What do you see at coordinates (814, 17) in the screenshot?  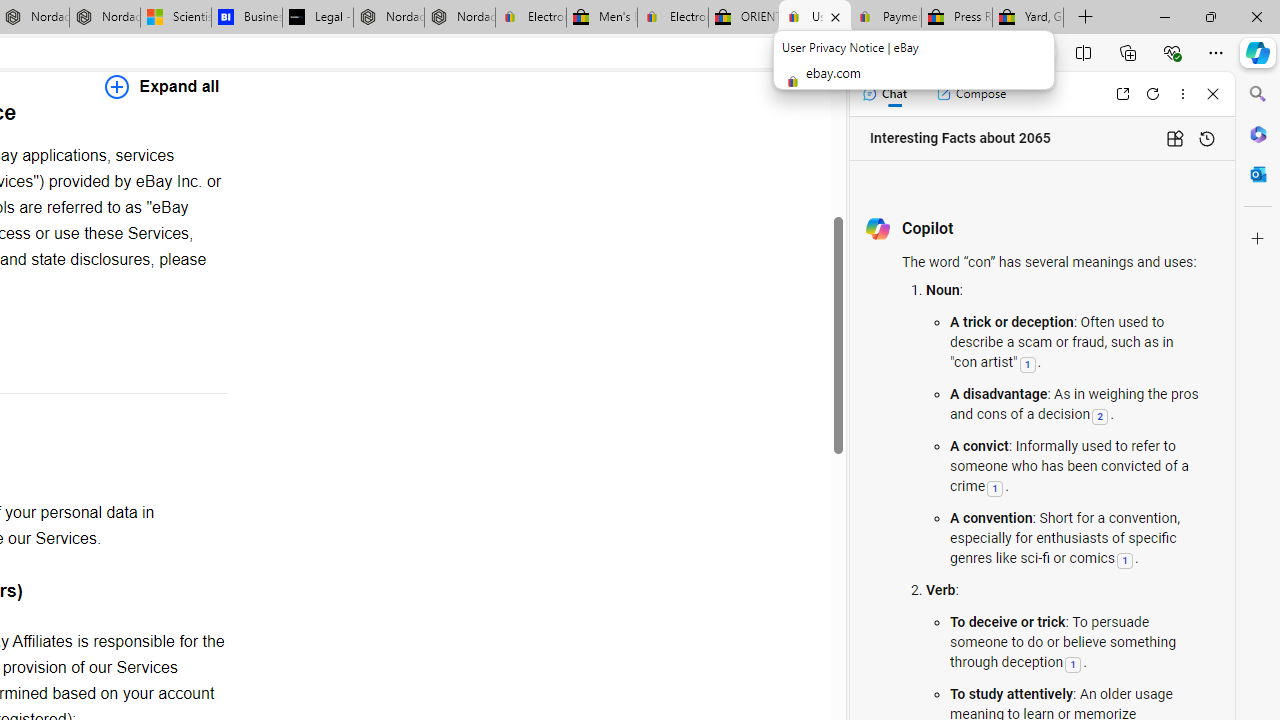 I see `'User Privacy Notice | eBay'` at bounding box center [814, 17].